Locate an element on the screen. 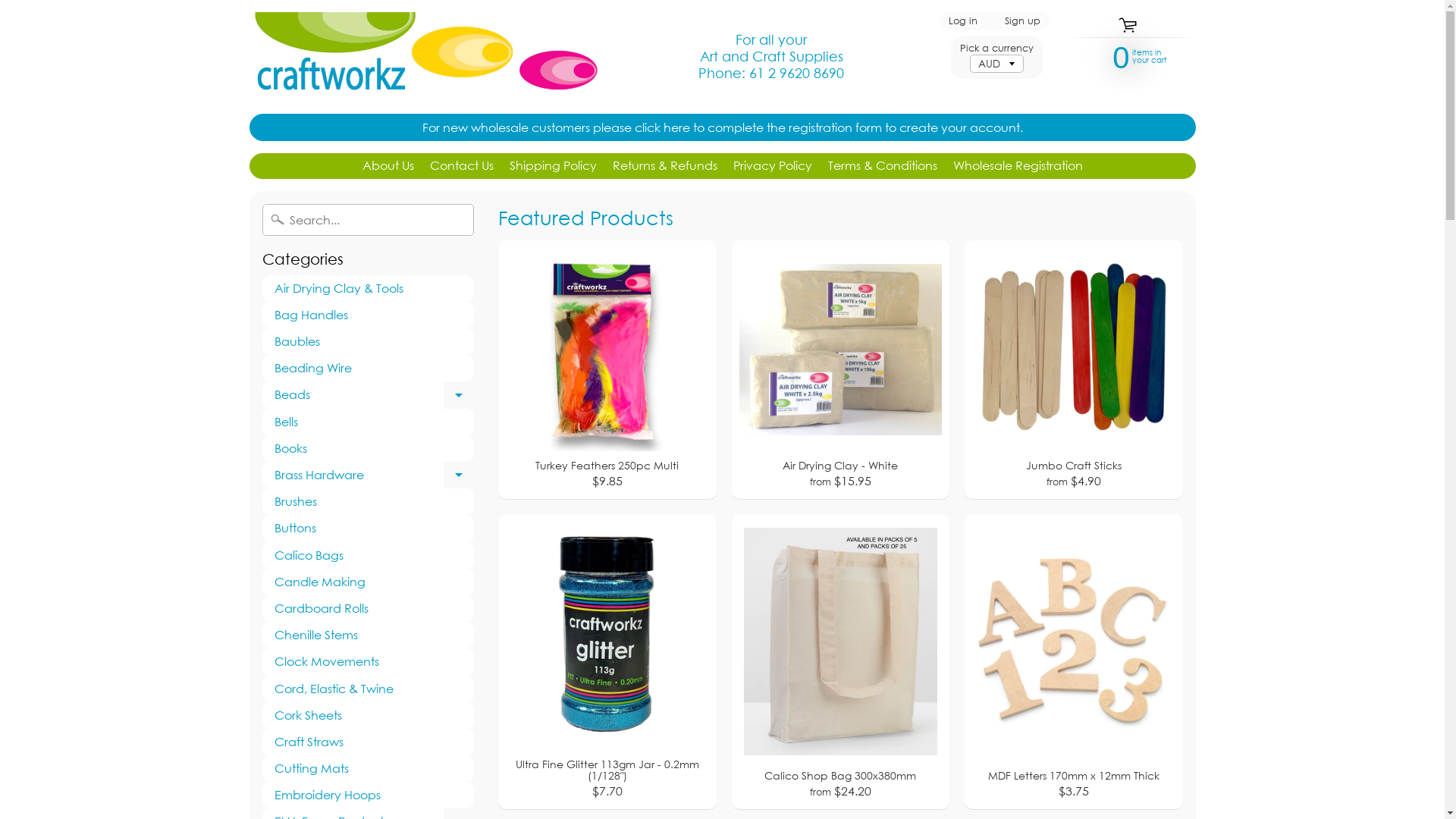  'Beading Wire' is located at coordinates (368, 368).